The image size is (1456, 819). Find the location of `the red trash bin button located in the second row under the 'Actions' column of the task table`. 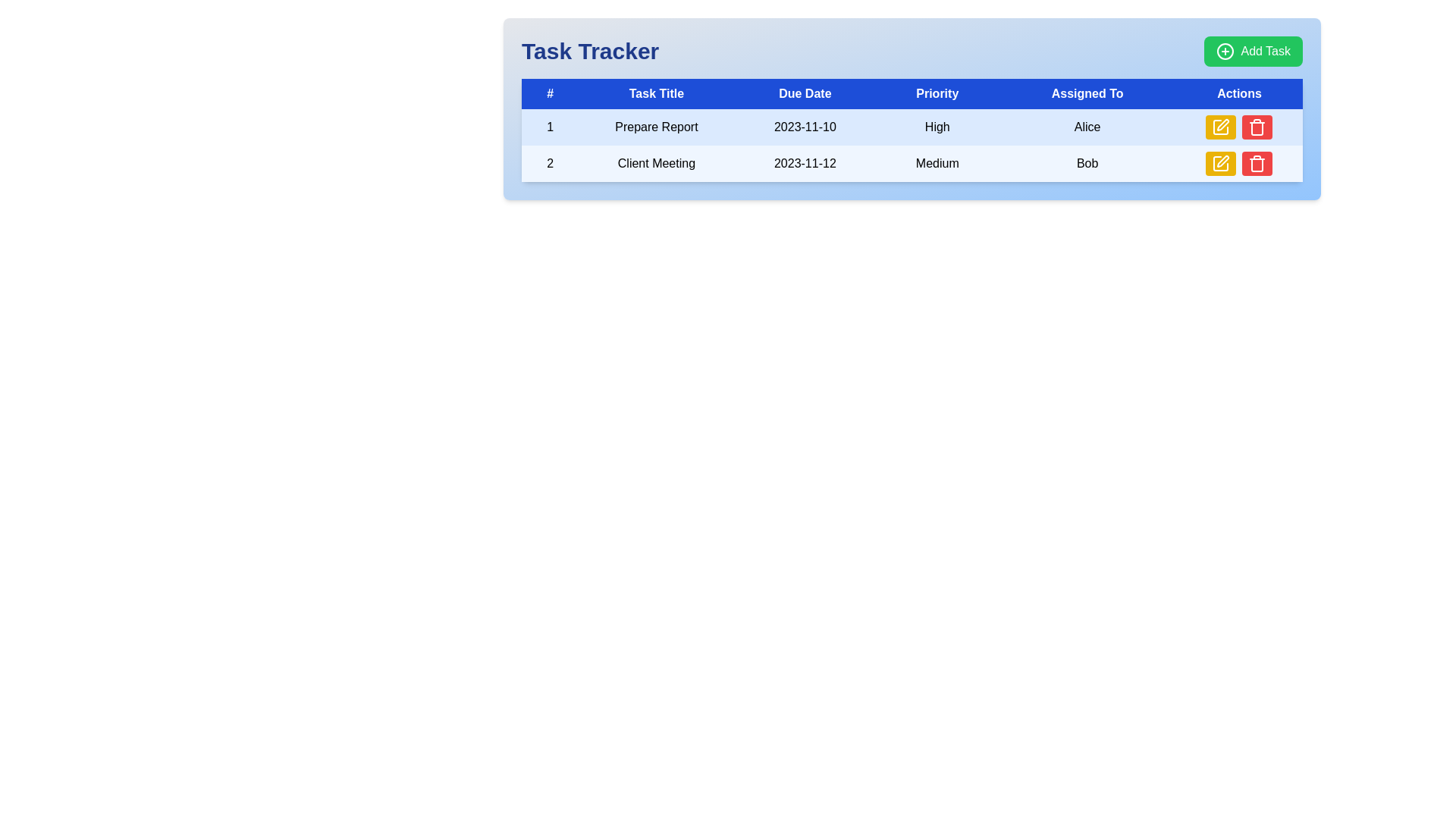

the red trash bin button located in the second row under the 'Actions' column of the task table is located at coordinates (1257, 127).